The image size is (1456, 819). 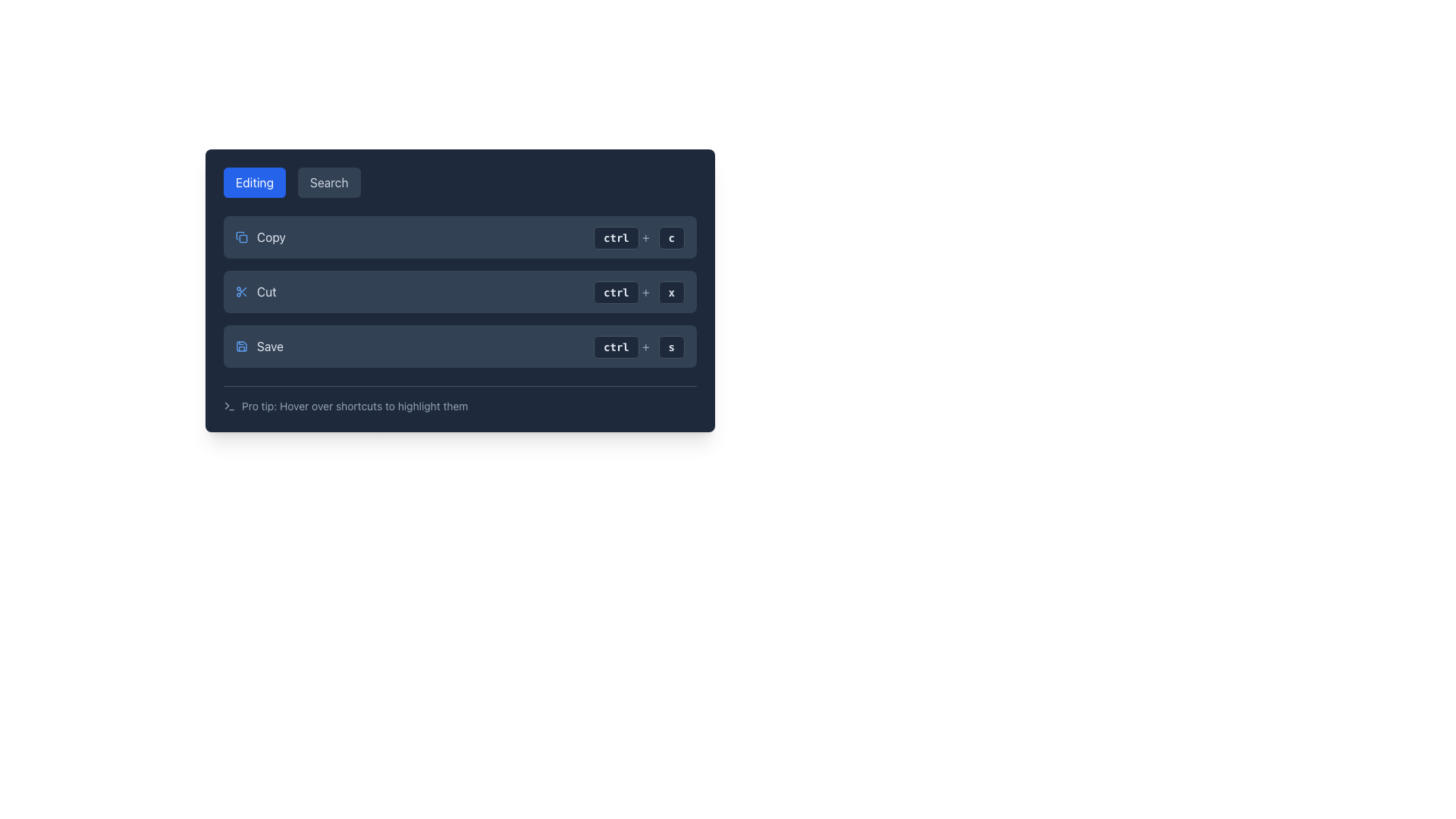 I want to click on the Display row for shortcut instructions labeled 'Cut' with the keyboard shortcut 'ctrl + x' for further interaction, so click(x=459, y=292).